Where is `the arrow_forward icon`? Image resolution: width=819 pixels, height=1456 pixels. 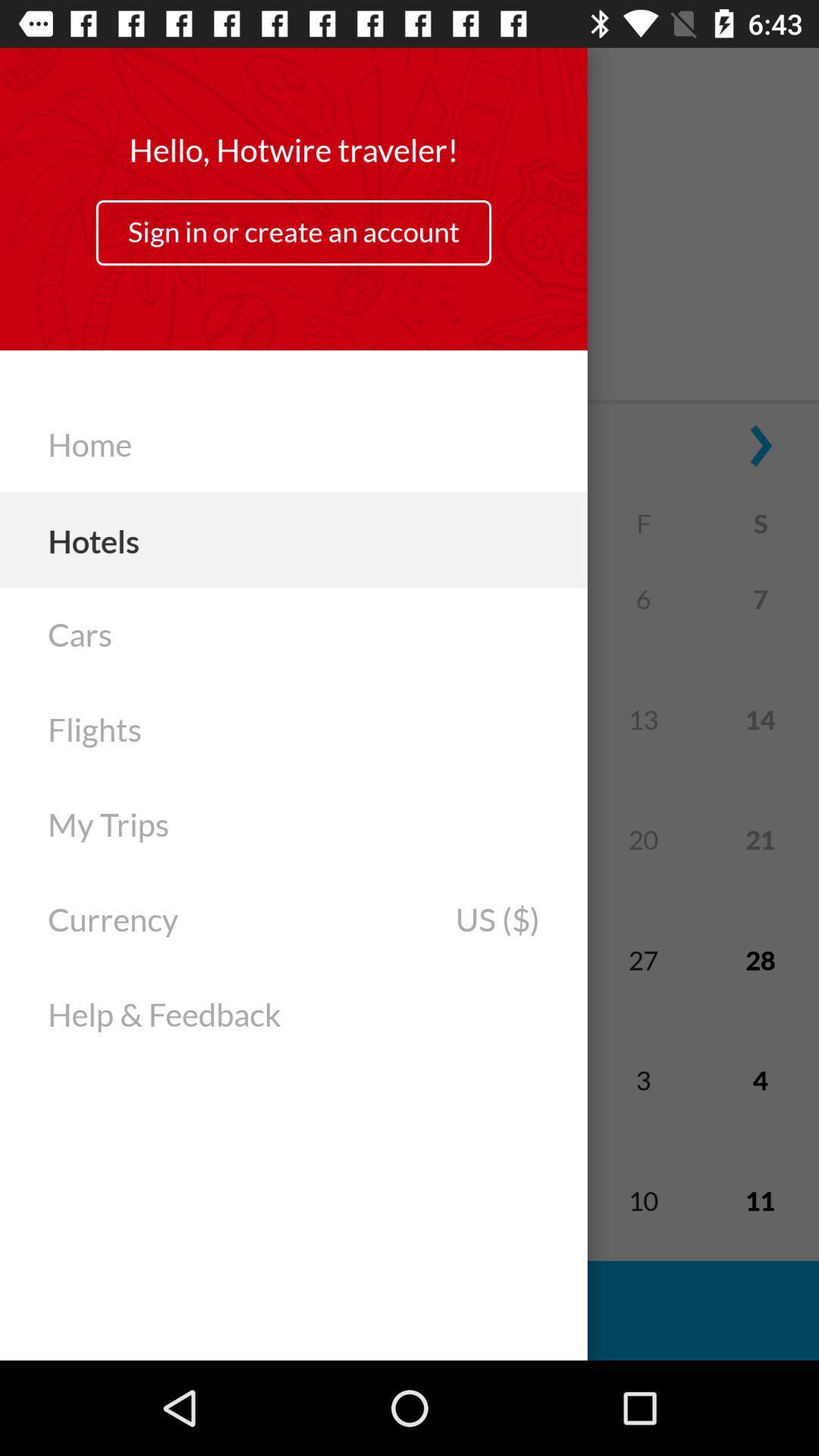
the arrow_forward icon is located at coordinates (760, 455).